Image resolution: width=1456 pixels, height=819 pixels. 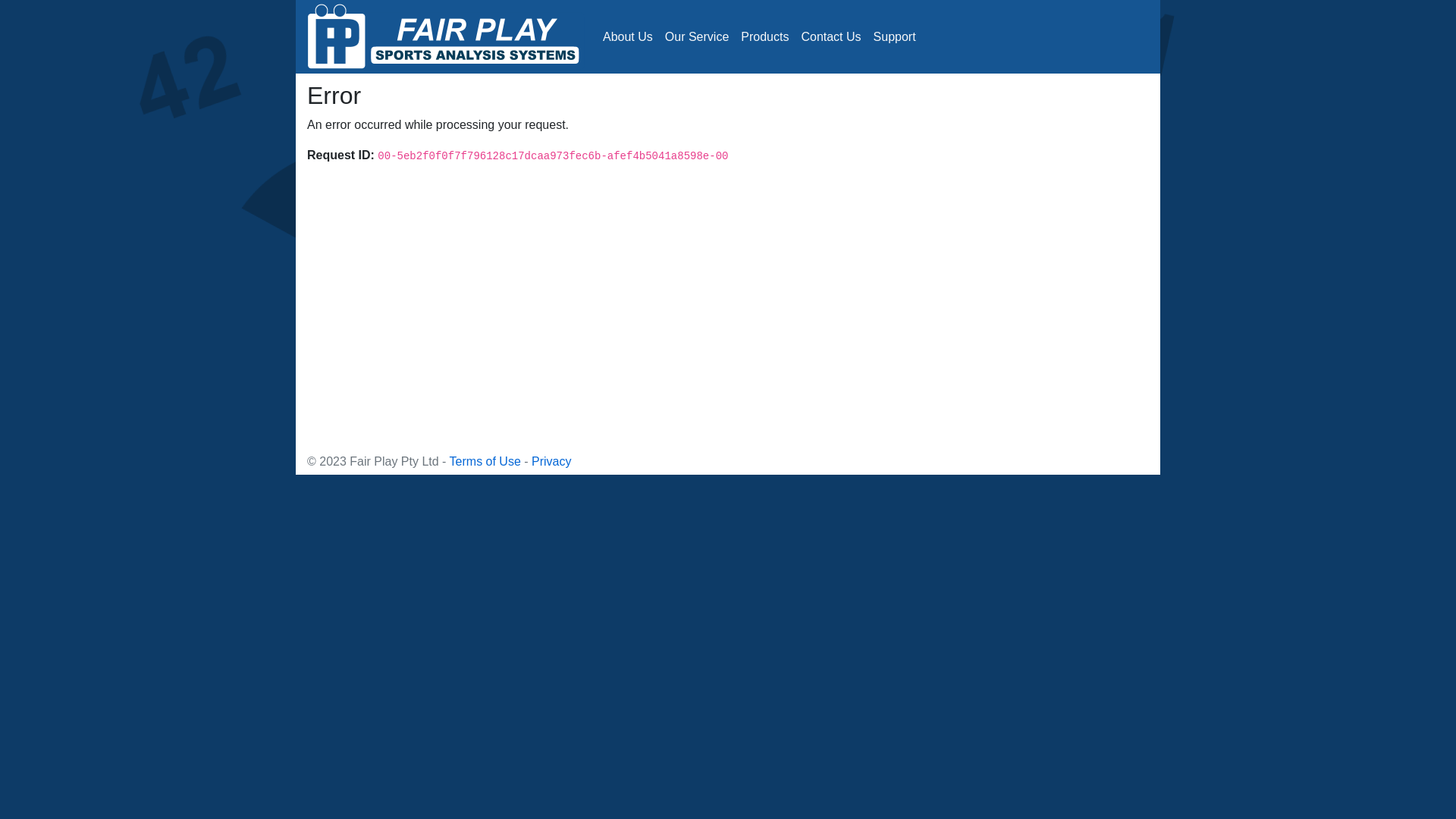 What do you see at coordinates (484, 460) in the screenshot?
I see `'Terms of Use'` at bounding box center [484, 460].